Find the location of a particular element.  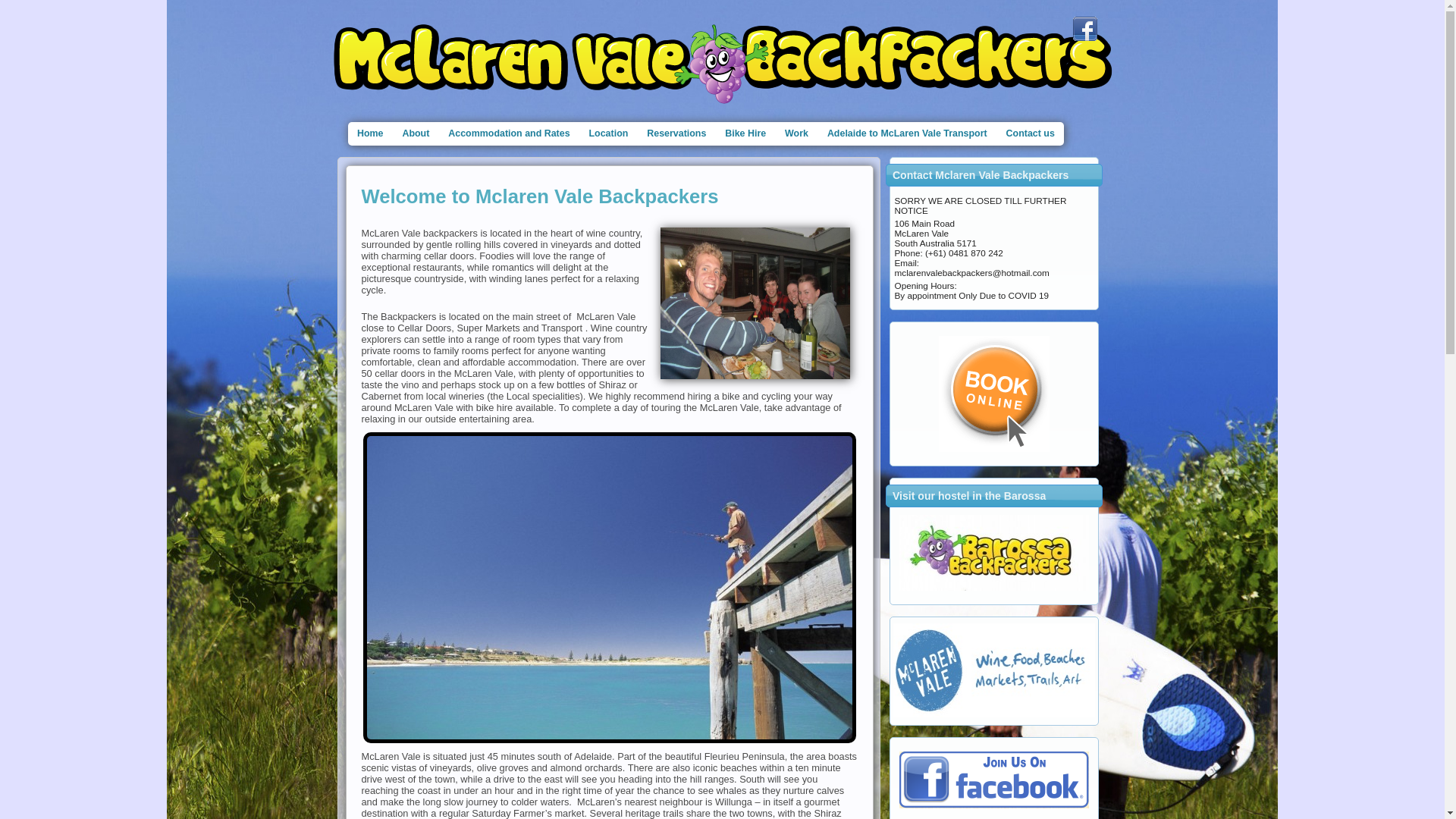

'Bike Hire' is located at coordinates (745, 133).